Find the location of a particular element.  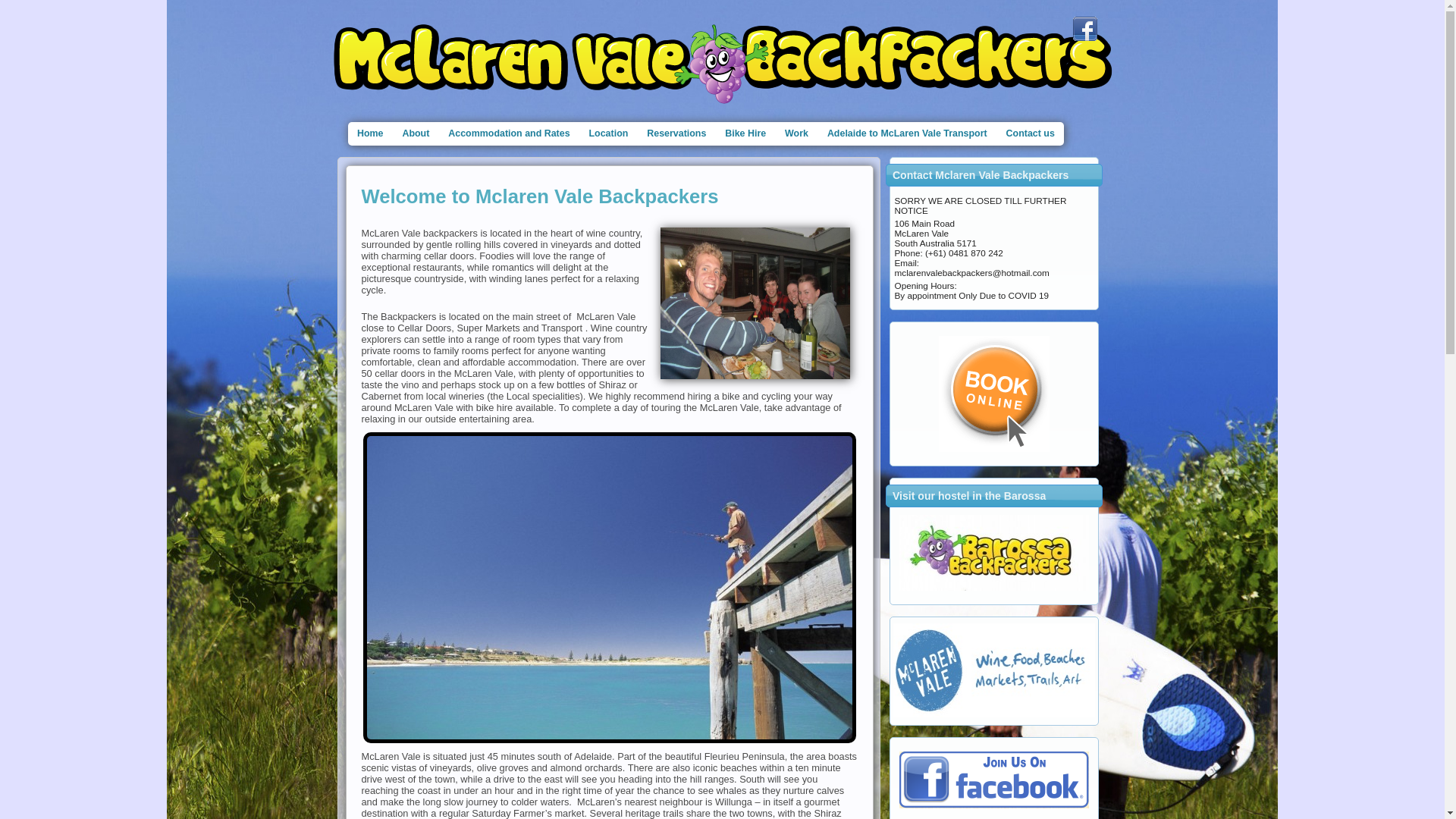

'Bike Hire' is located at coordinates (745, 133).